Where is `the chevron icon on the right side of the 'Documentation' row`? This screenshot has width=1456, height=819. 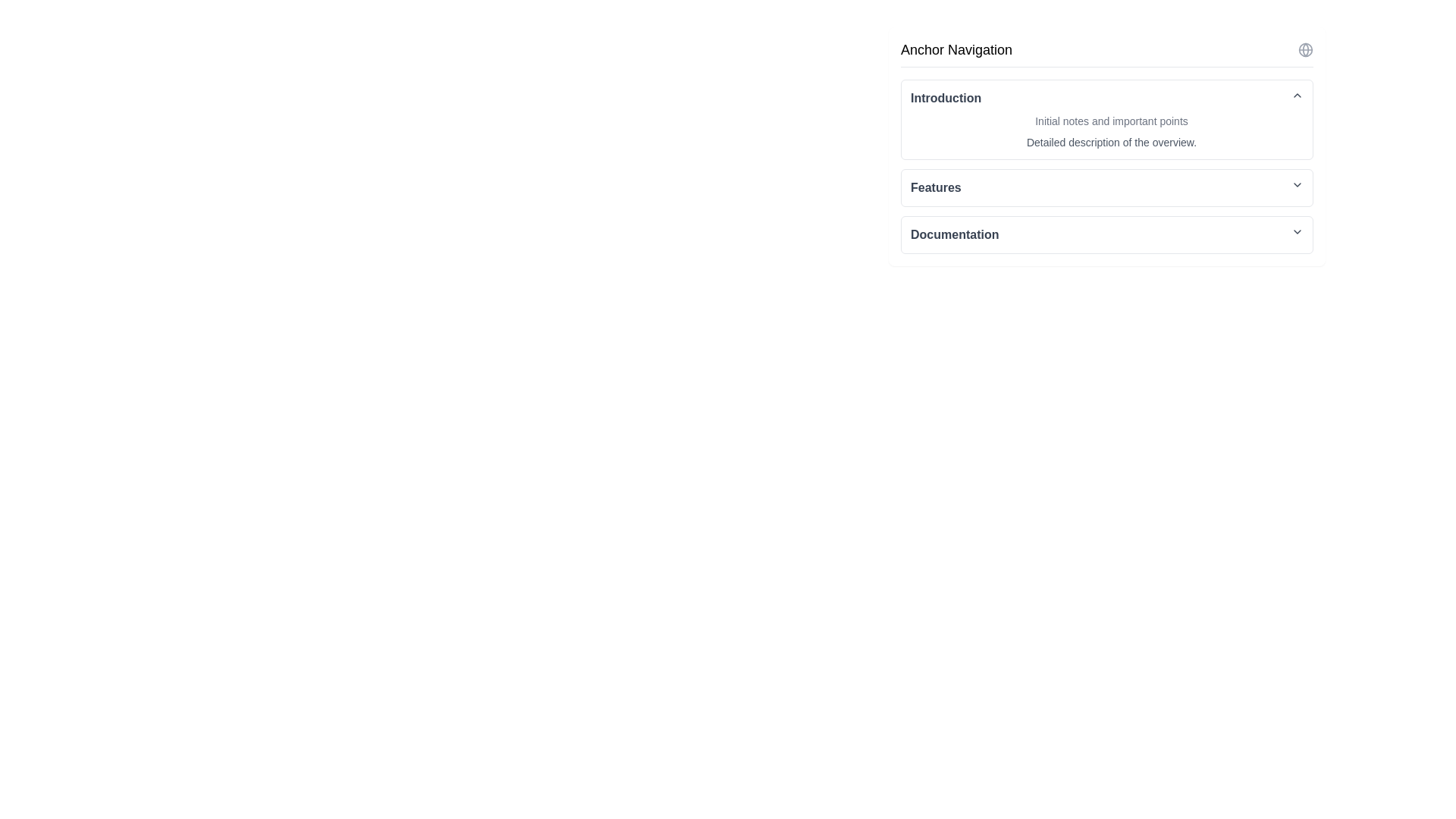 the chevron icon on the right side of the 'Documentation' row is located at coordinates (1296, 231).